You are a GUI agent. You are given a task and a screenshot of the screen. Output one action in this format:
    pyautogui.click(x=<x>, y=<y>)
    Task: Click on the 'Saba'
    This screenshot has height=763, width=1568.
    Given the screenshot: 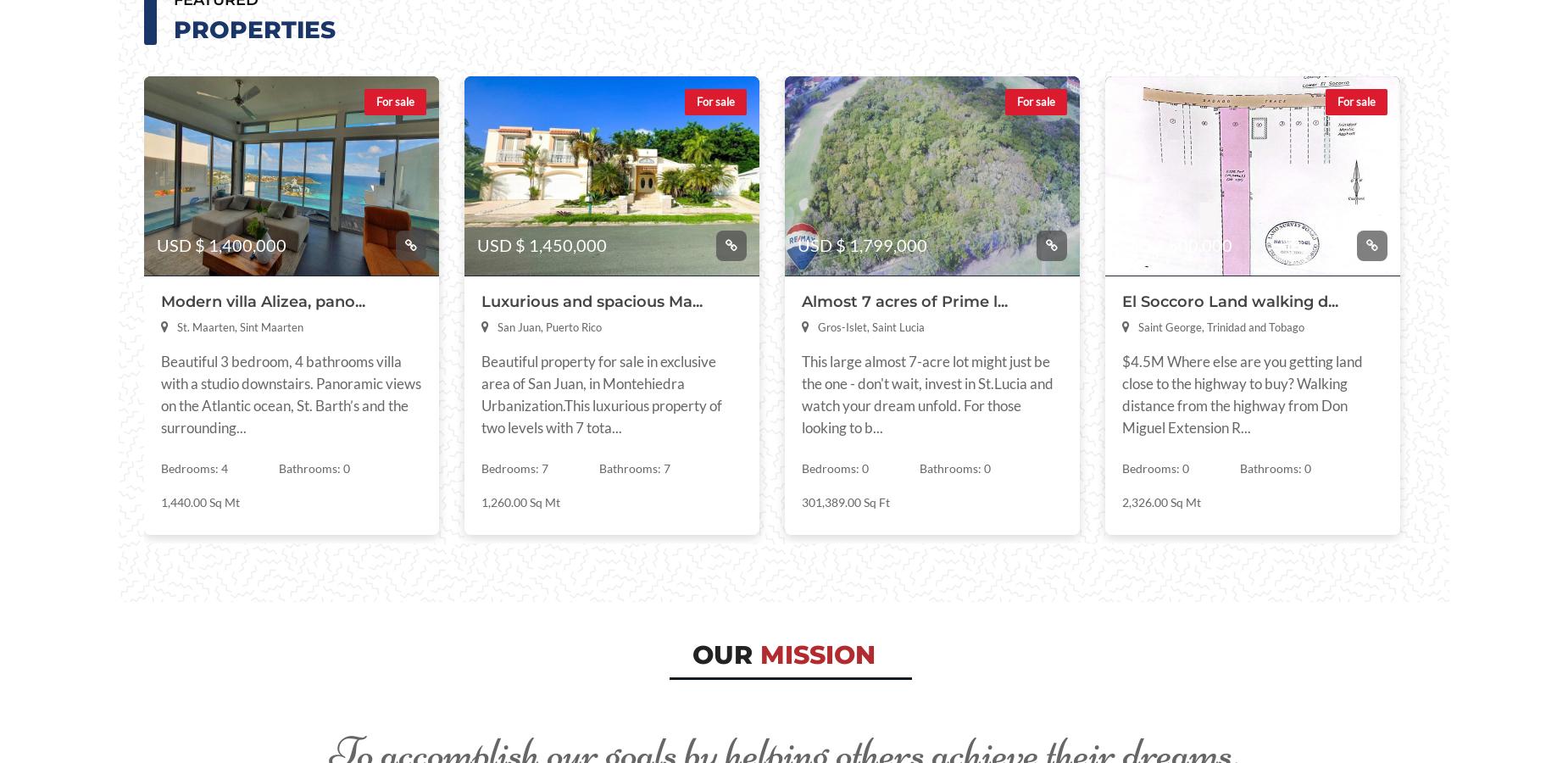 What is the action you would take?
    pyautogui.click(x=418, y=242)
    